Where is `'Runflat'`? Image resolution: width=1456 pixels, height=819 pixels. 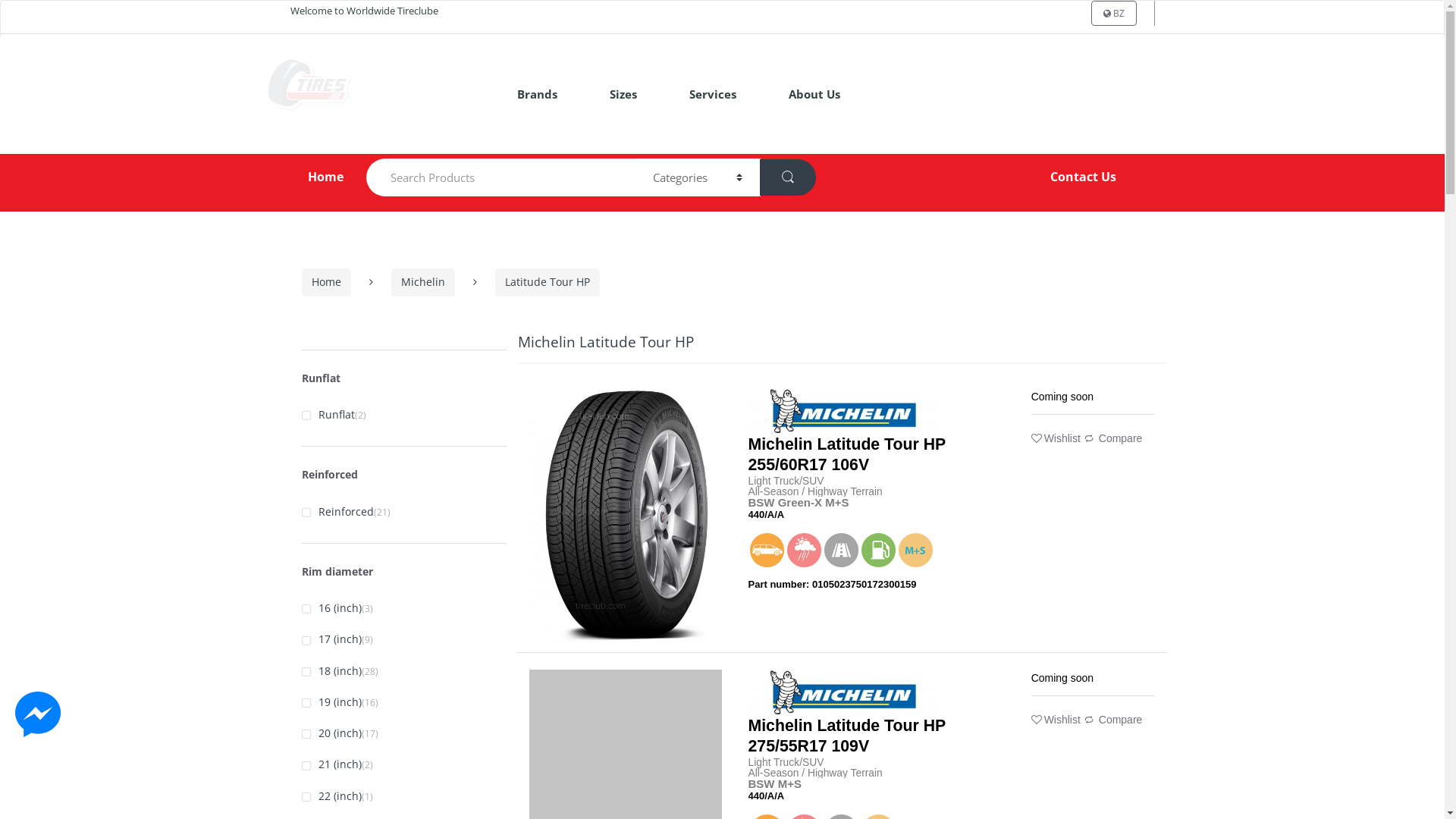
'Runflat' is located at coordinates (327, 415).